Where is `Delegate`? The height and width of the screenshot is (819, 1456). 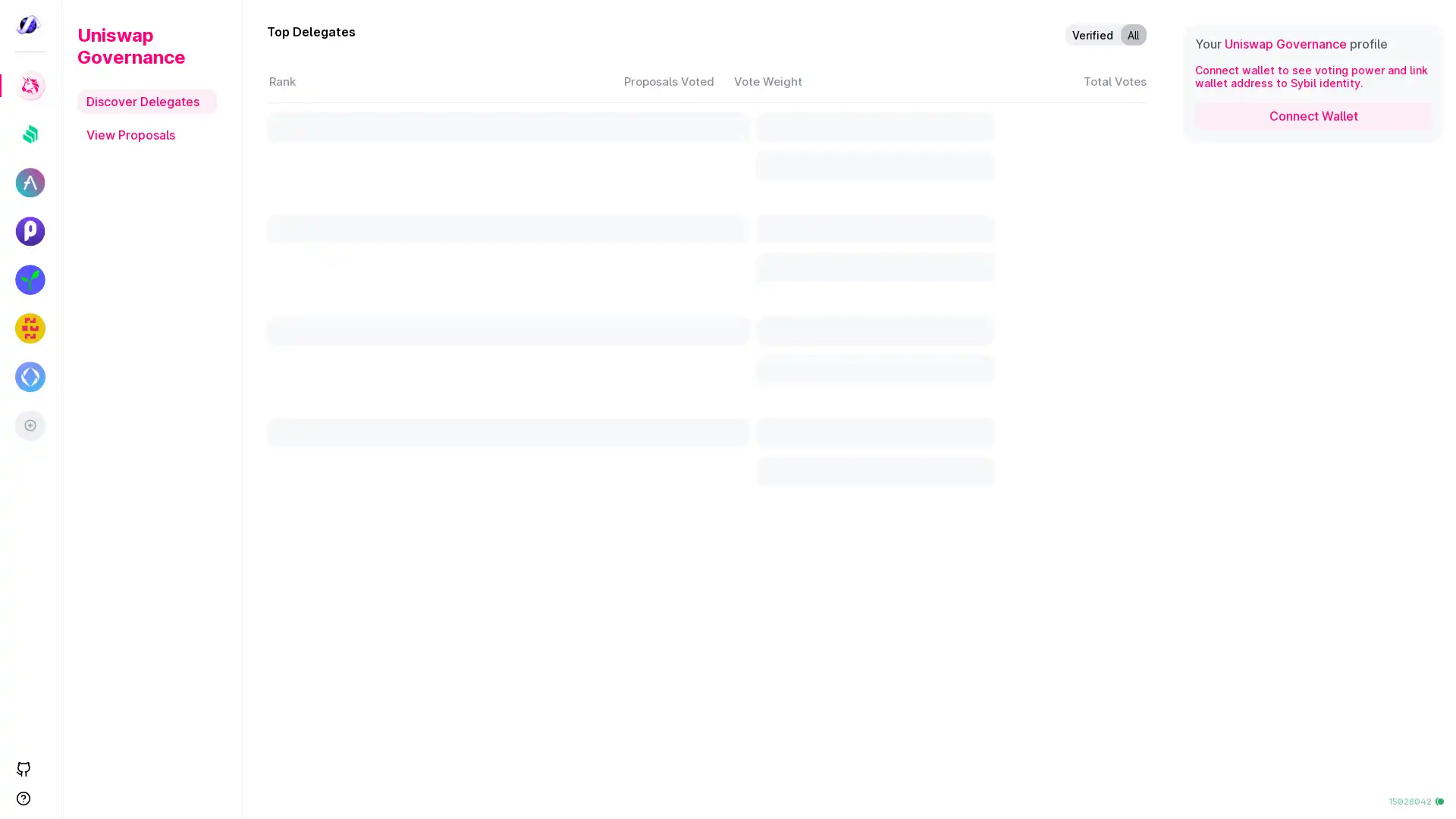
Delegate is located at coordinates (1006, 503).